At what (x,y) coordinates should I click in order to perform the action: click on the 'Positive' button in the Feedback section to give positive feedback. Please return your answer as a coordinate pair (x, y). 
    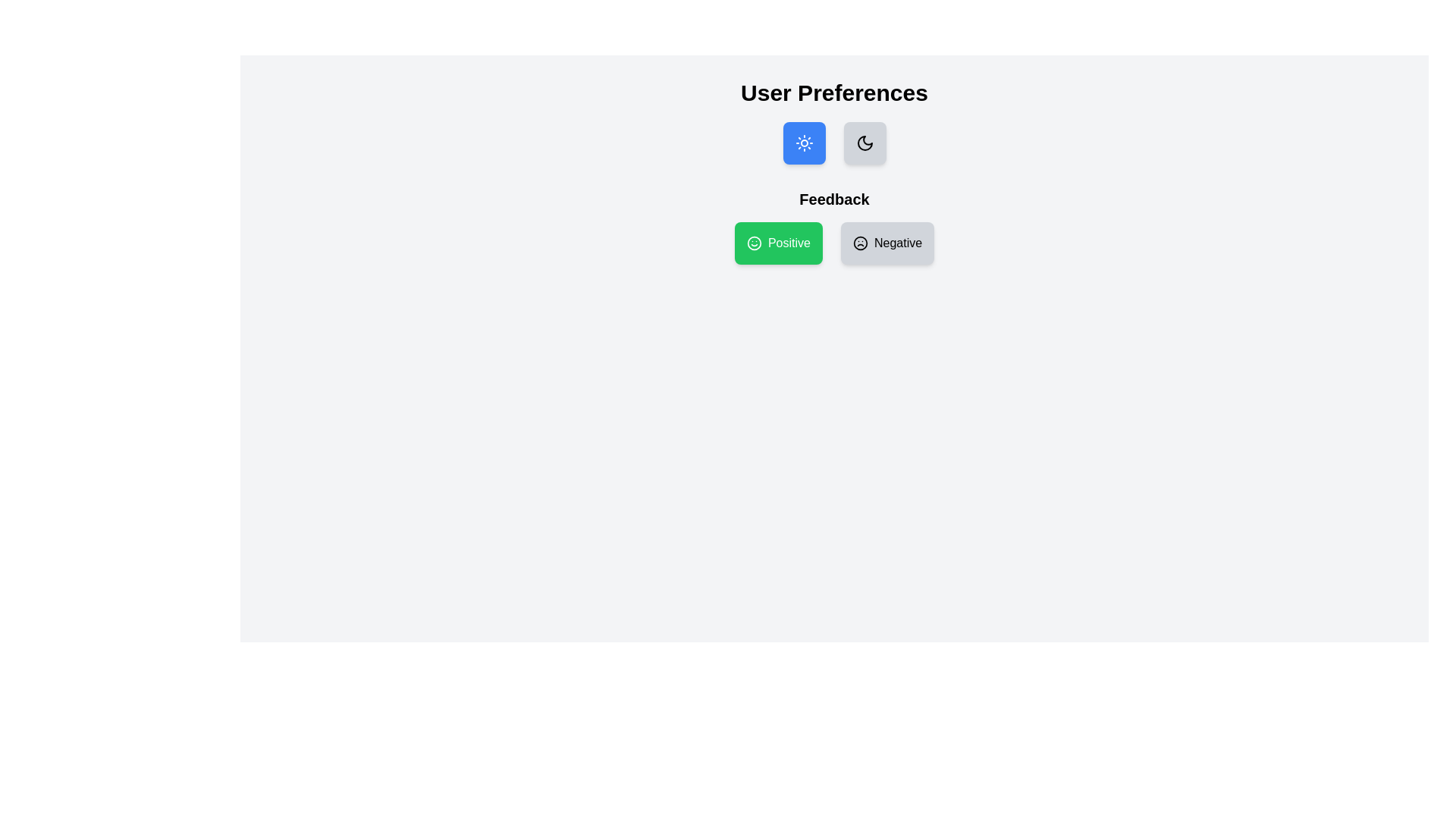
    Looking at the image, I should click on (833, 227).